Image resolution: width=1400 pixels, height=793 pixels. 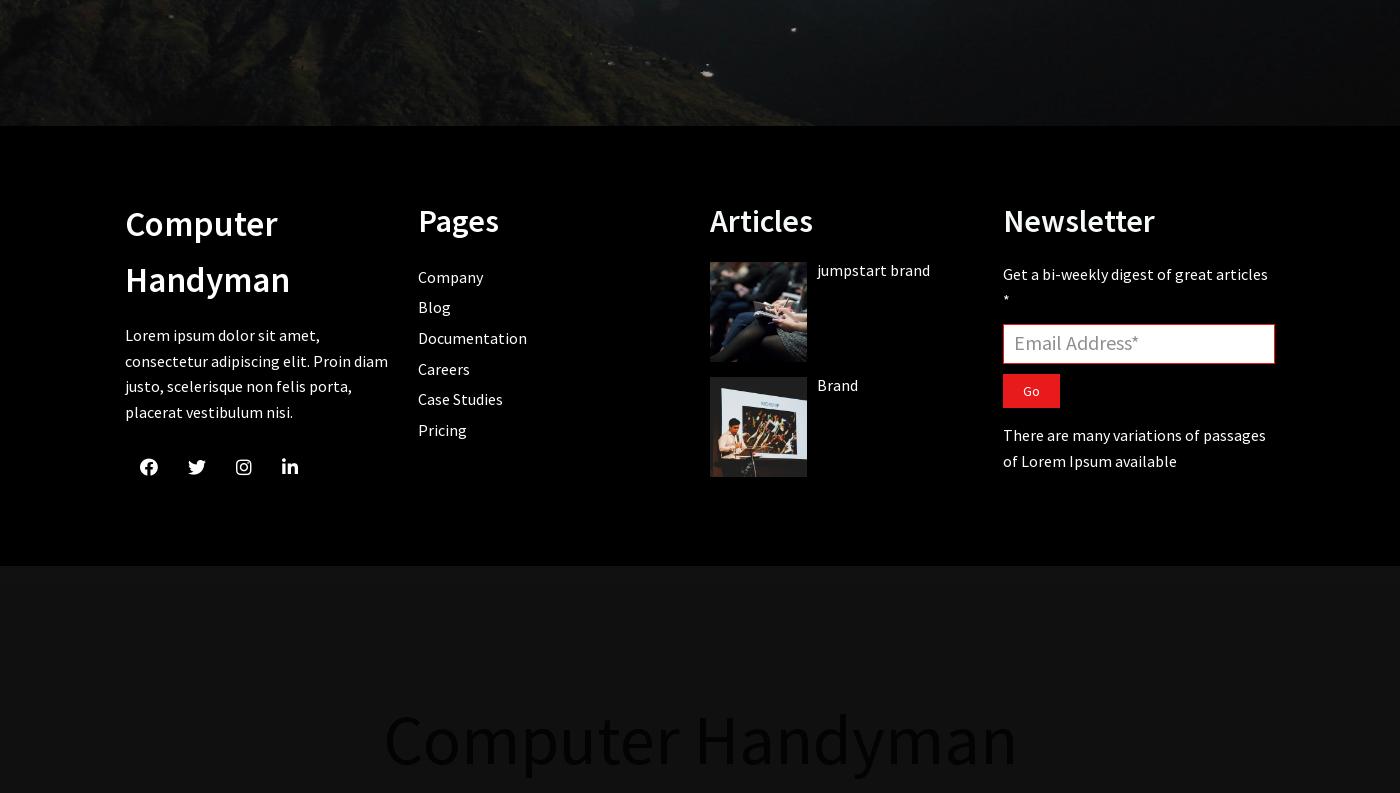 I want to click on 'Go', so click(x=1030, y=388).